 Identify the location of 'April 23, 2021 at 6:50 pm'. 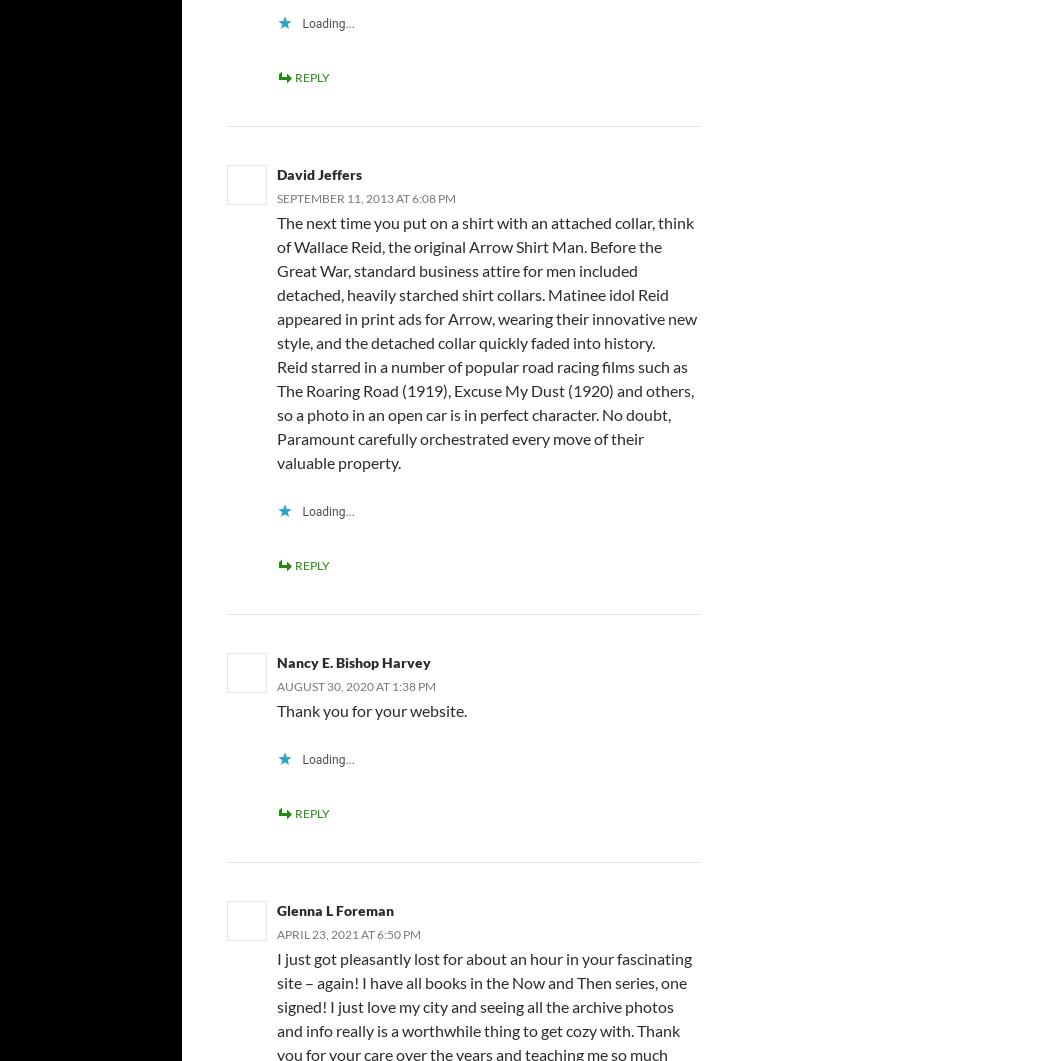
(346, 933).